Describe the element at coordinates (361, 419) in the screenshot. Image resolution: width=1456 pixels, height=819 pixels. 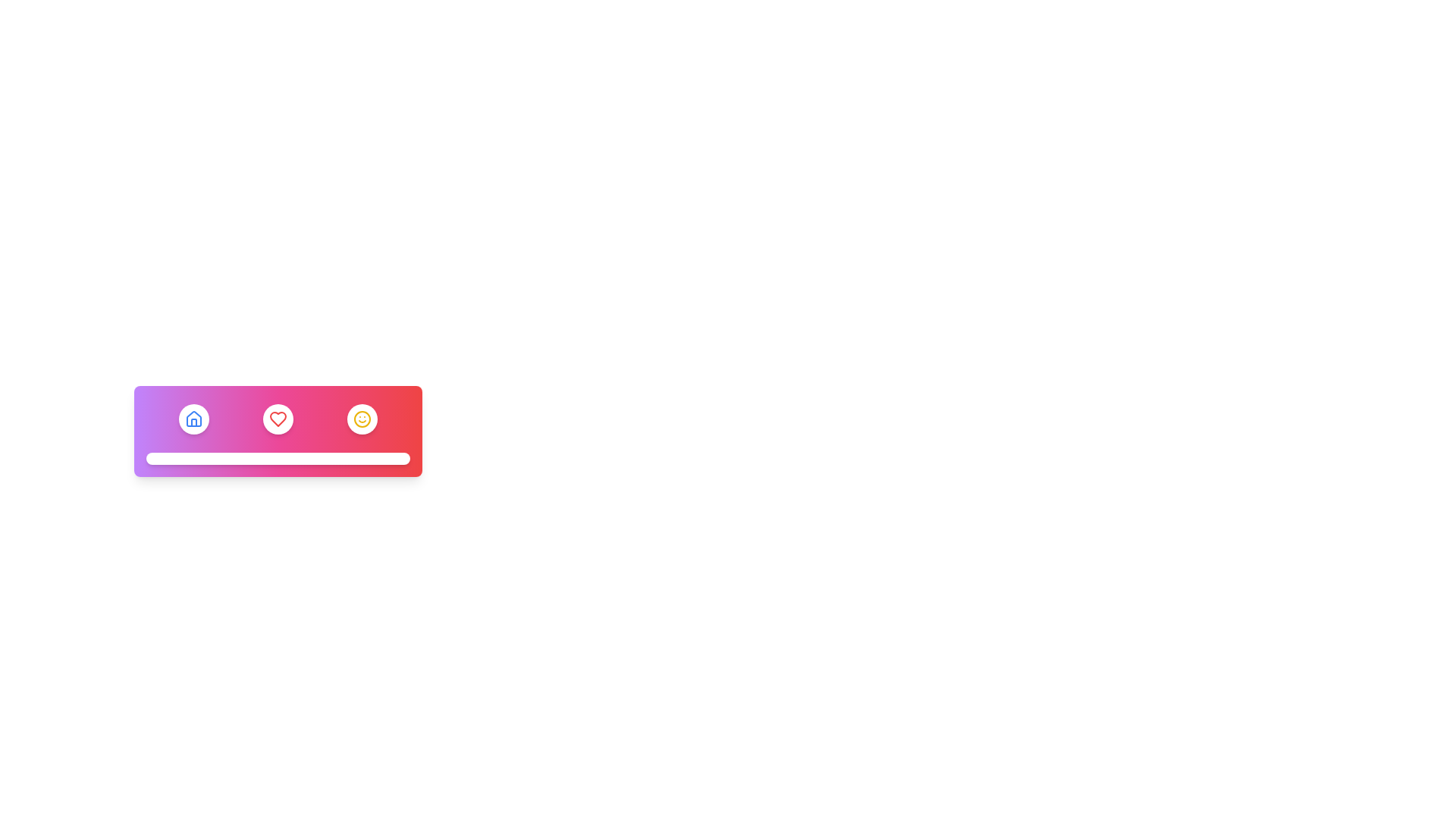
I see `the circular graphical element that forms the outer boundary of the smiley face icon, which is styled in yellow and located at the far-right of the navigation bar` at that location.